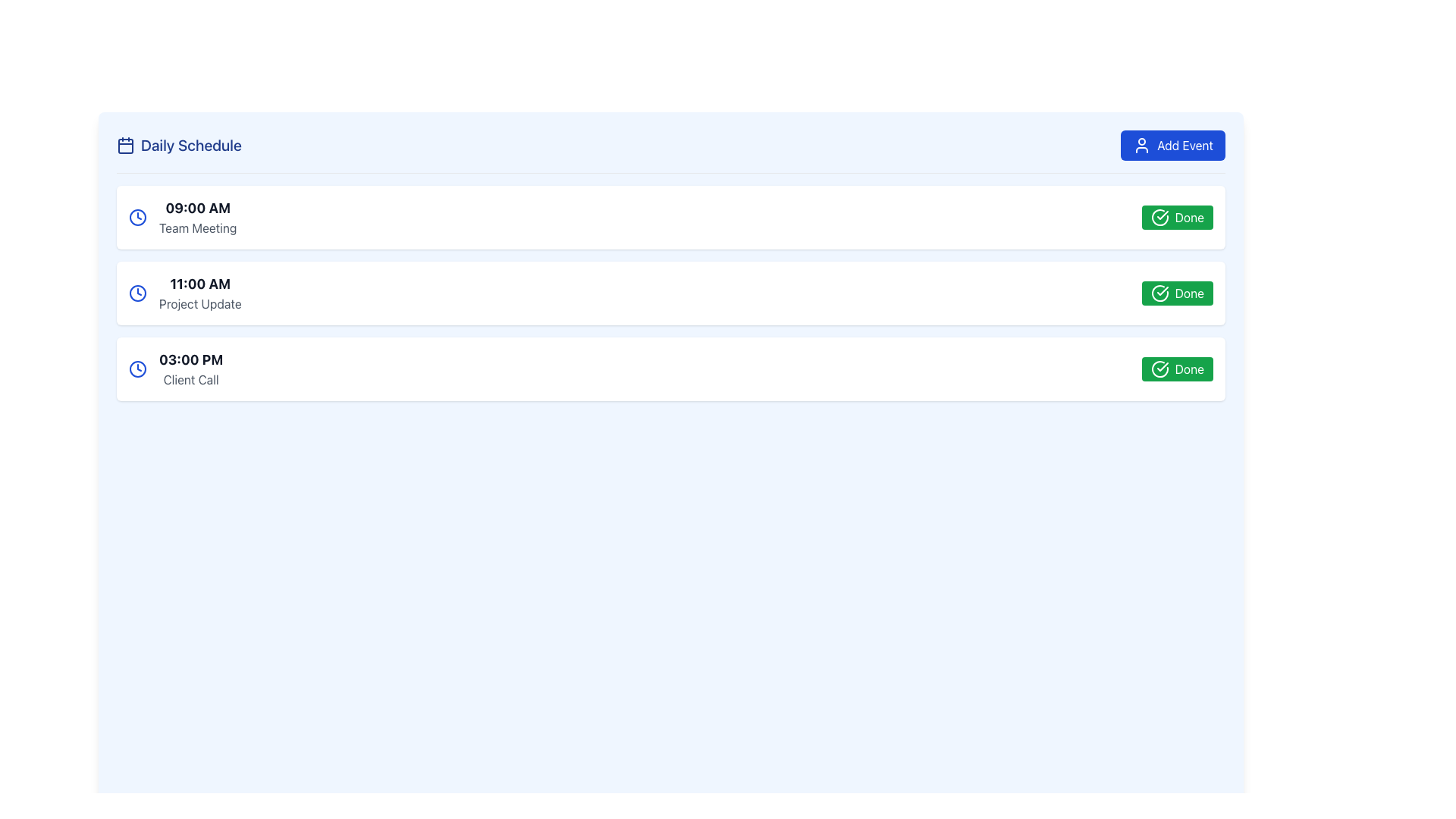  What do you see at coordinates (199, 304) in the screenshot?
I see `the text label displaying 'Project Update', which is styled with a gray font color and located below the '11:00 AM' label in the schedule entry block` at bounding box center [199, 304].